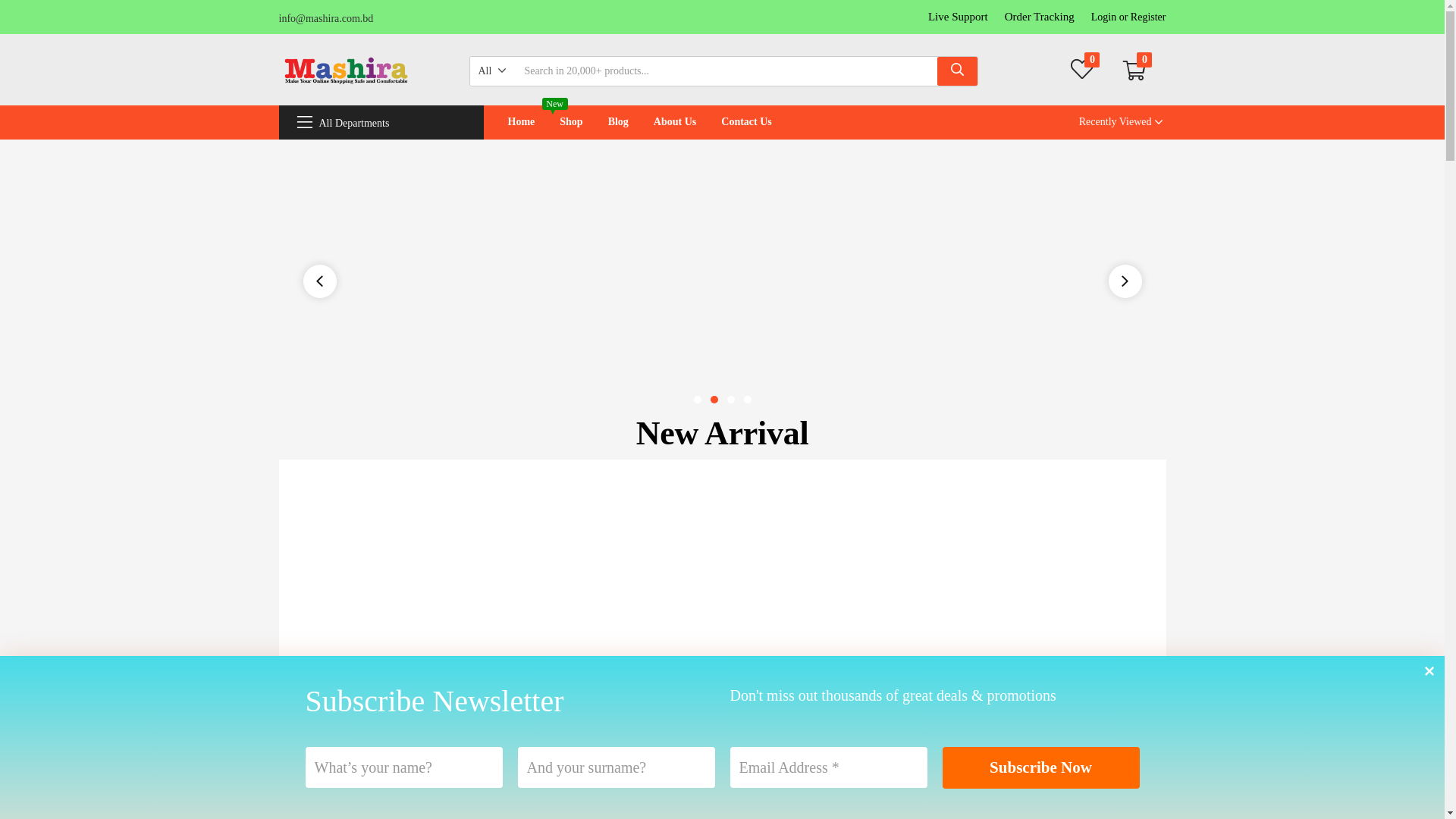  What do you see at coordinates (1040, 767) in the screenshot?
I see `'Subscribe Now'` at bounding box center [1040, 767].